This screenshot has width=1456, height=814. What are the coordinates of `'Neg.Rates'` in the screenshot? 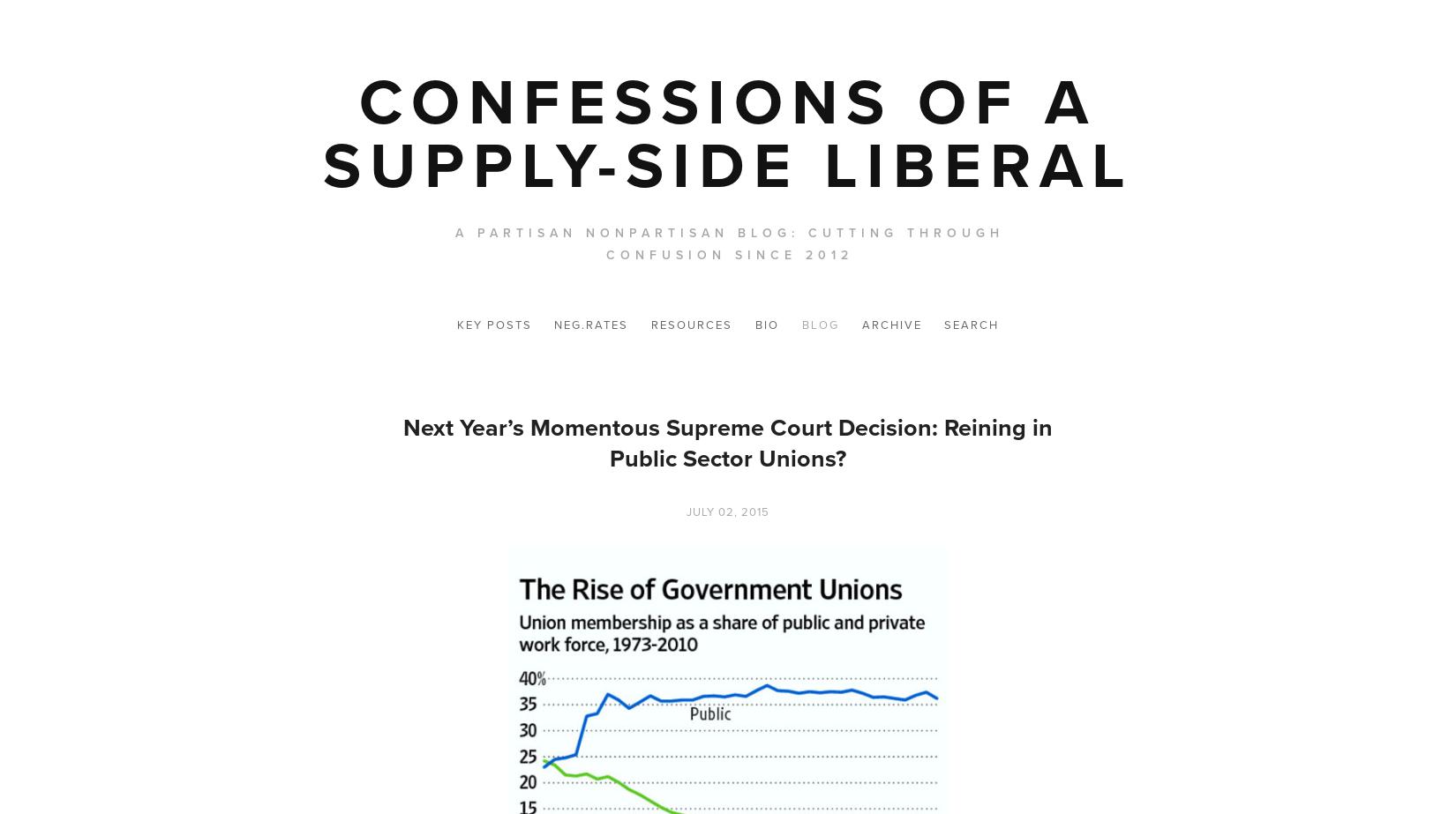 It's located at (590, 325).